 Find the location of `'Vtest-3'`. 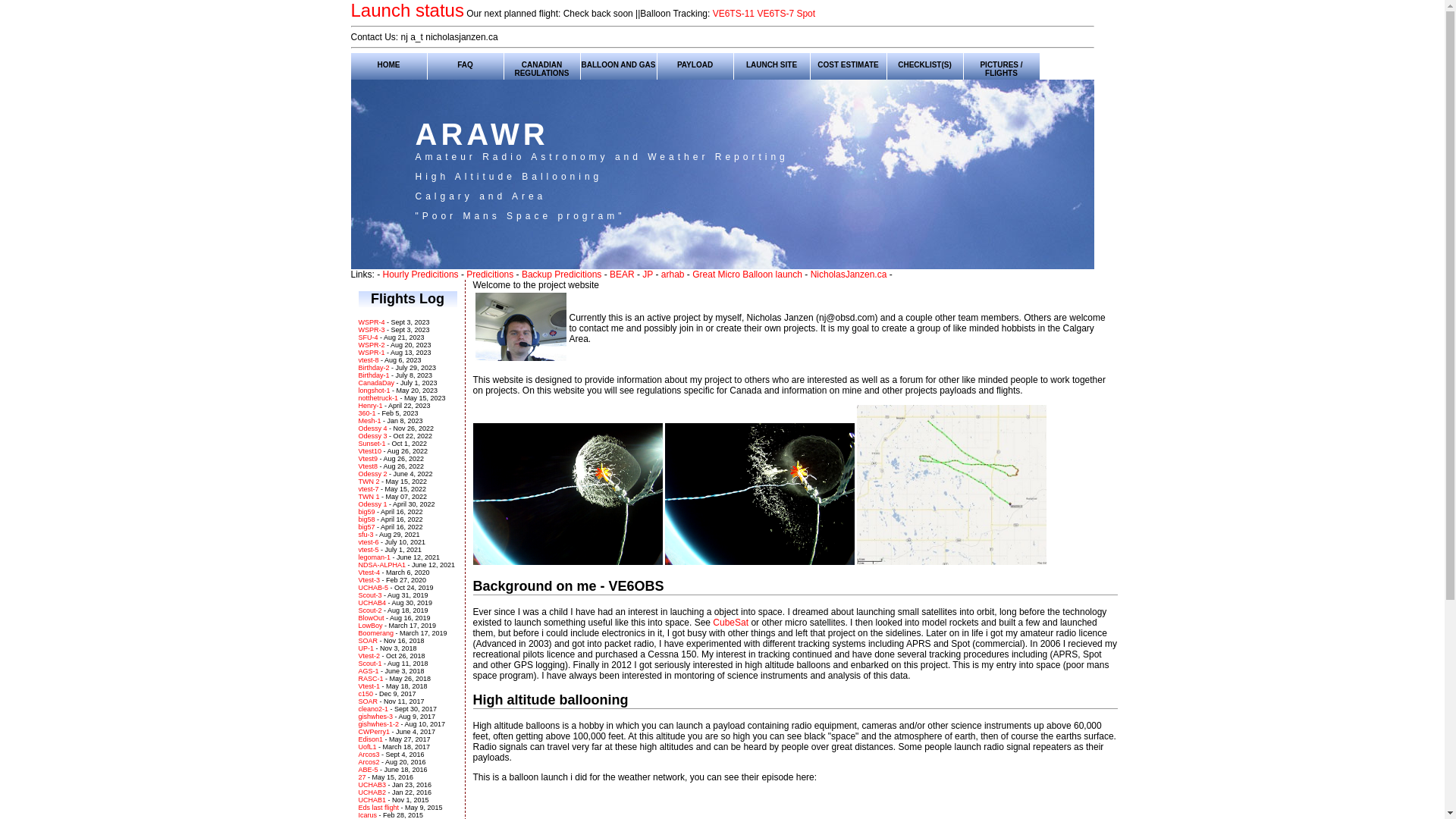

'Vtest-3' is located at coordinates (356, 579).